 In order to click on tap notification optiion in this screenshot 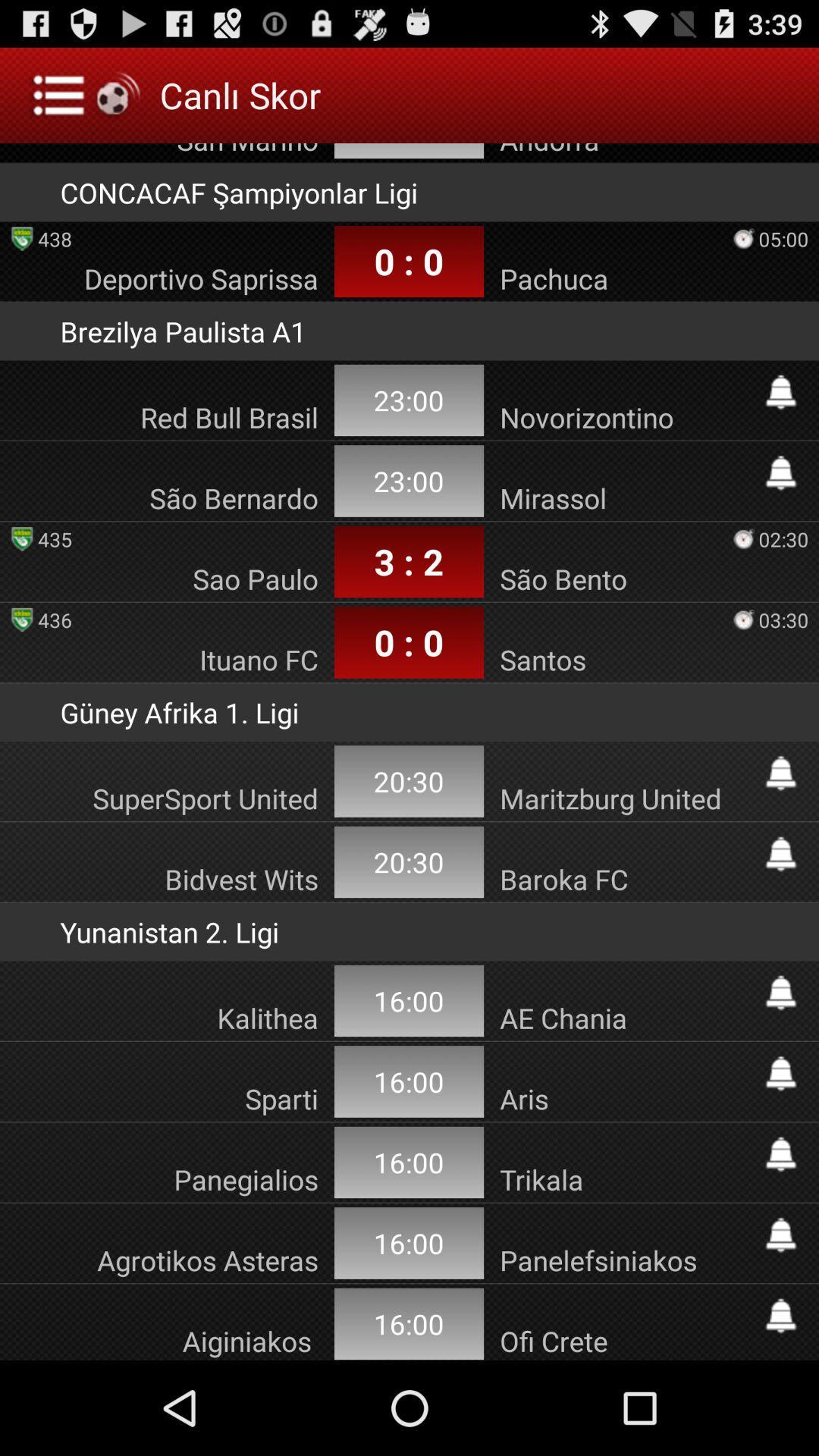, I will do `click(780, 1073)`.